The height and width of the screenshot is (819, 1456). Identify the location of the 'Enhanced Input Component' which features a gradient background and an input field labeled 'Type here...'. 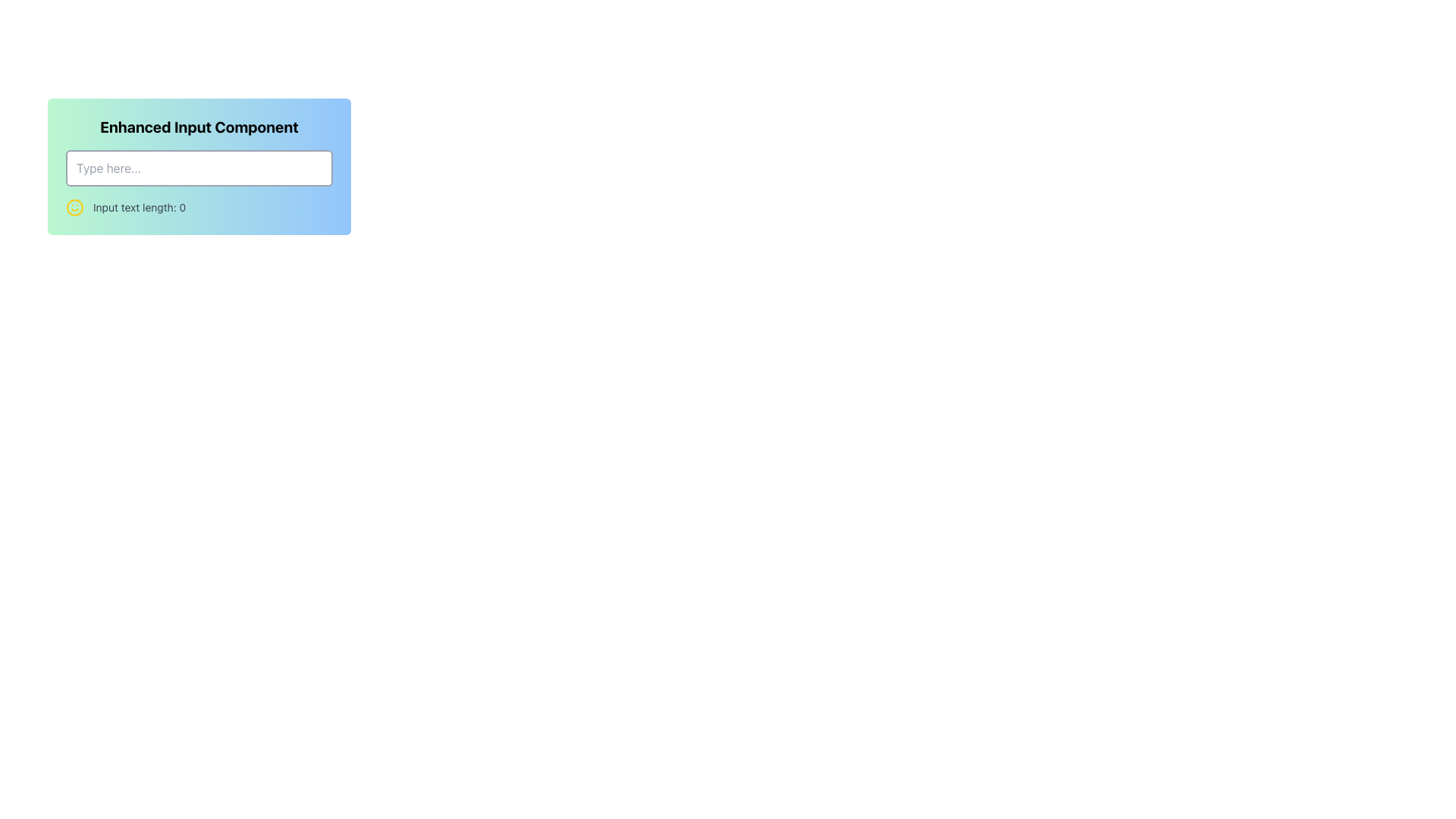
(199, 166).